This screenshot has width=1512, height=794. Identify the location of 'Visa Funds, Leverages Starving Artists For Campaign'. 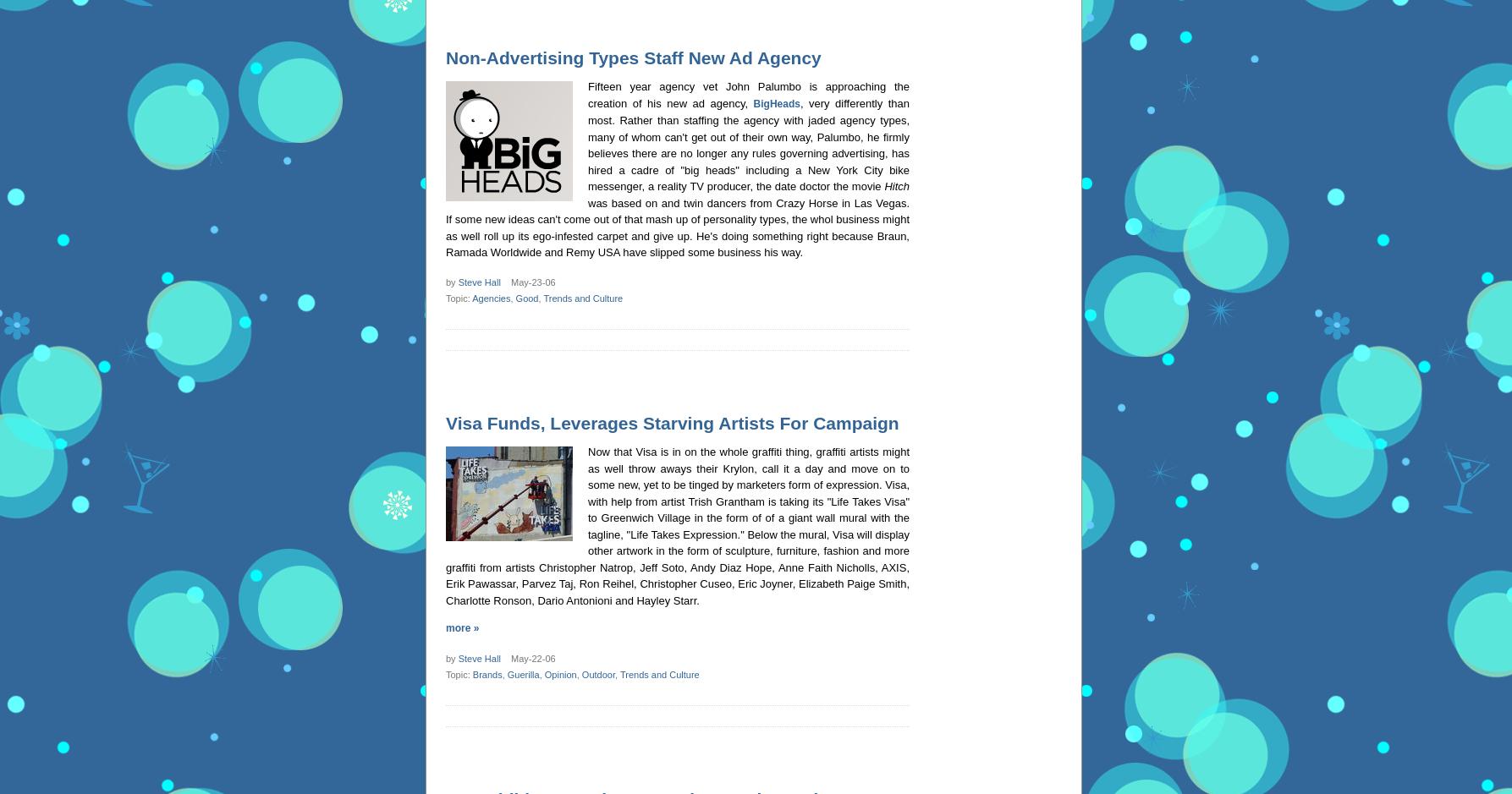
(672, 422).